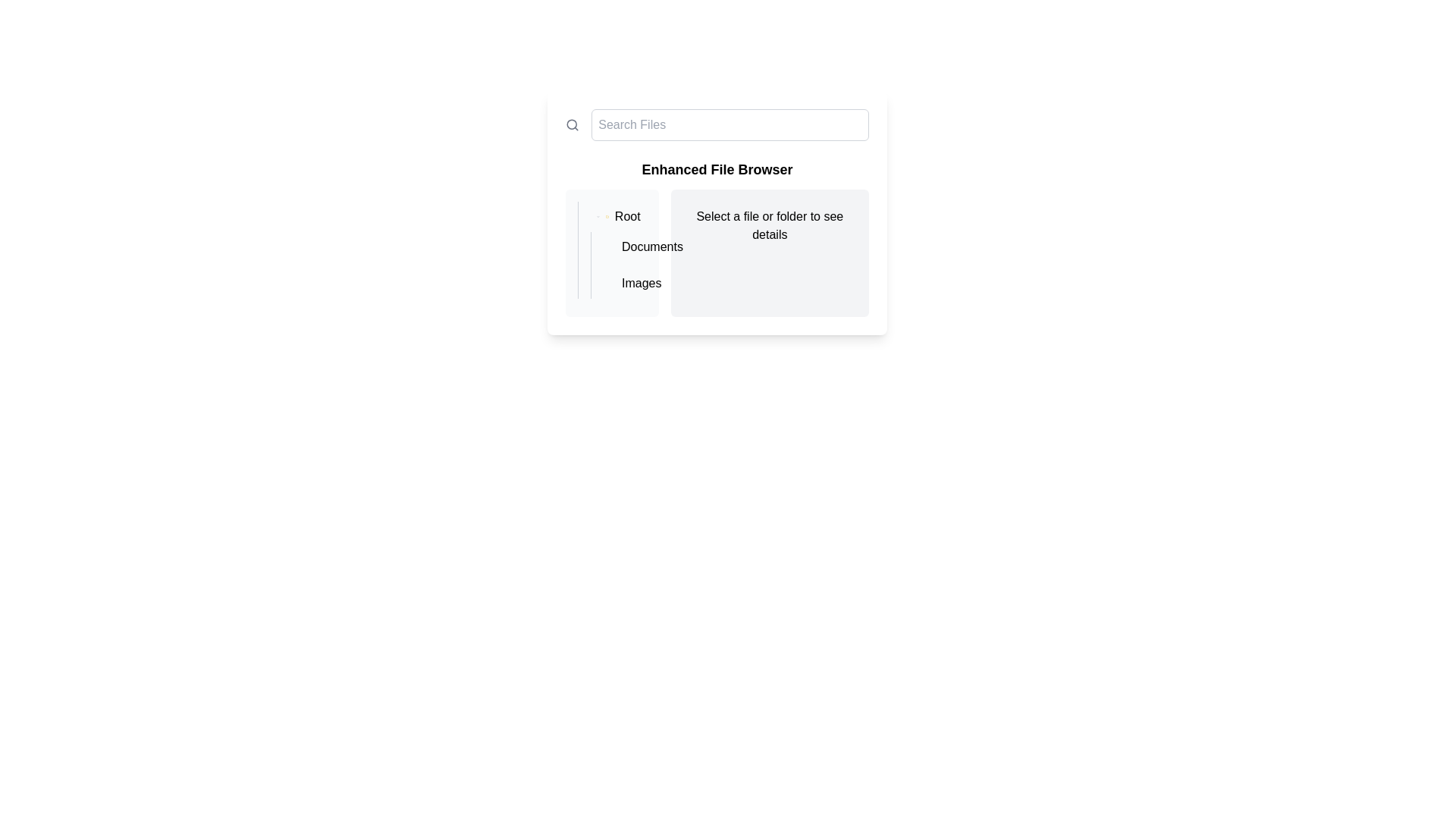 The width and height of the screenshot is (1456, 819). I want to click on the 'Documents' folder label in the left panel of the file browser, so click(625, 246).